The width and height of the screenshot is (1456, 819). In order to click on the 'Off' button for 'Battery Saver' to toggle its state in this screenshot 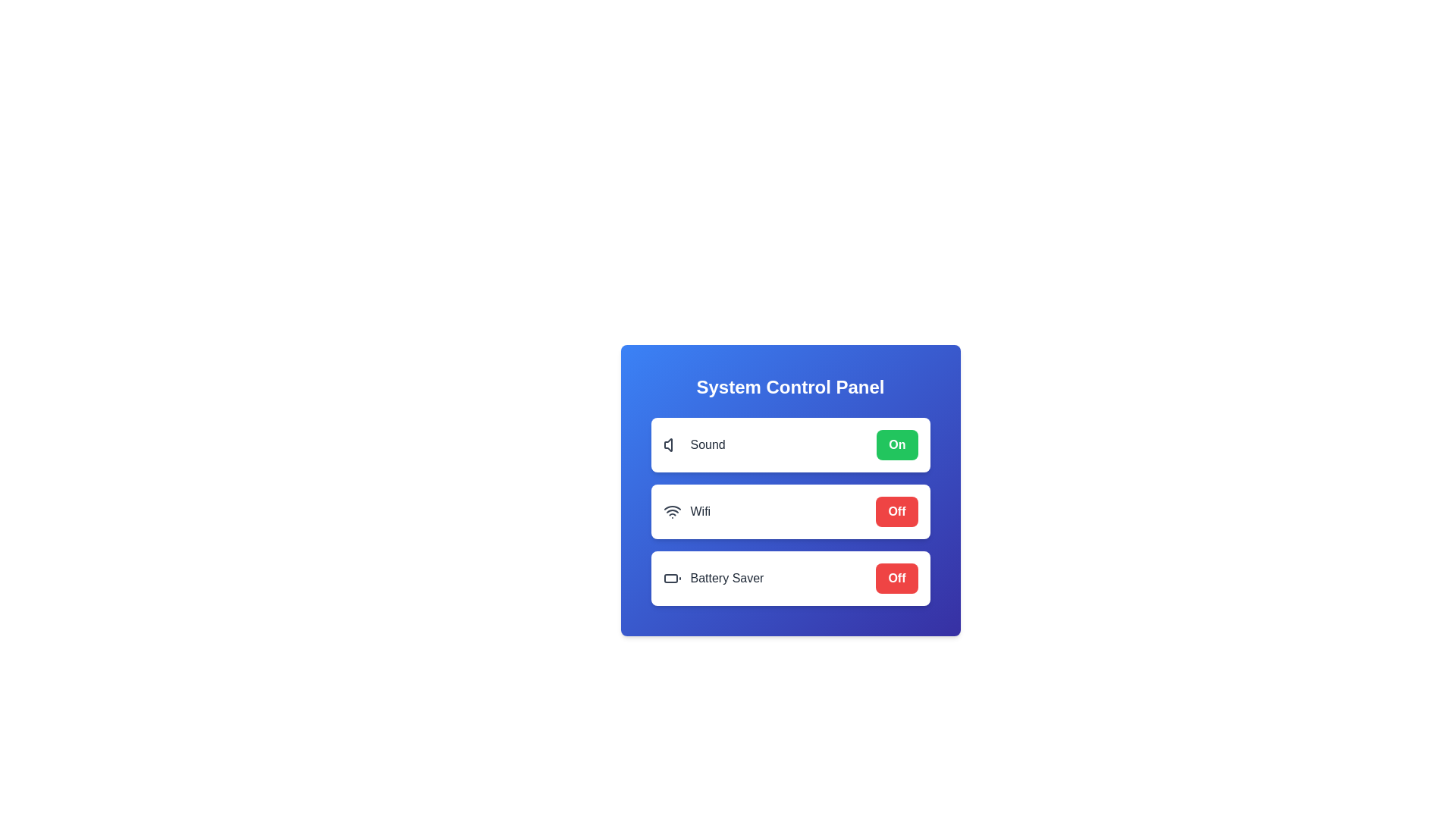, I will do `click(896, 579)`.